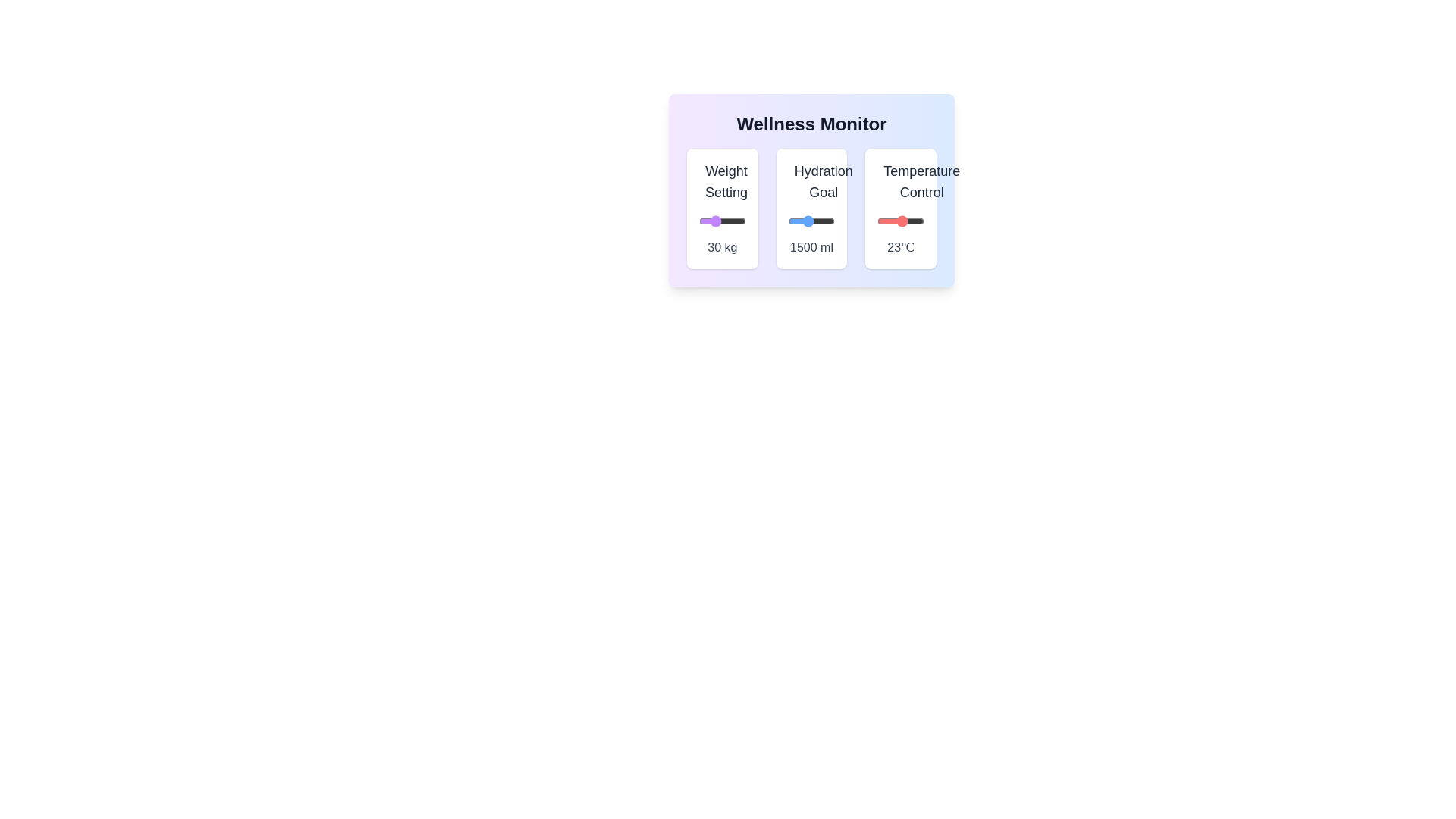 The image size is (1456, 819). I want to click on the handle of the hydration goal range slider located within the Hydration Goal section, so click(811, 221).